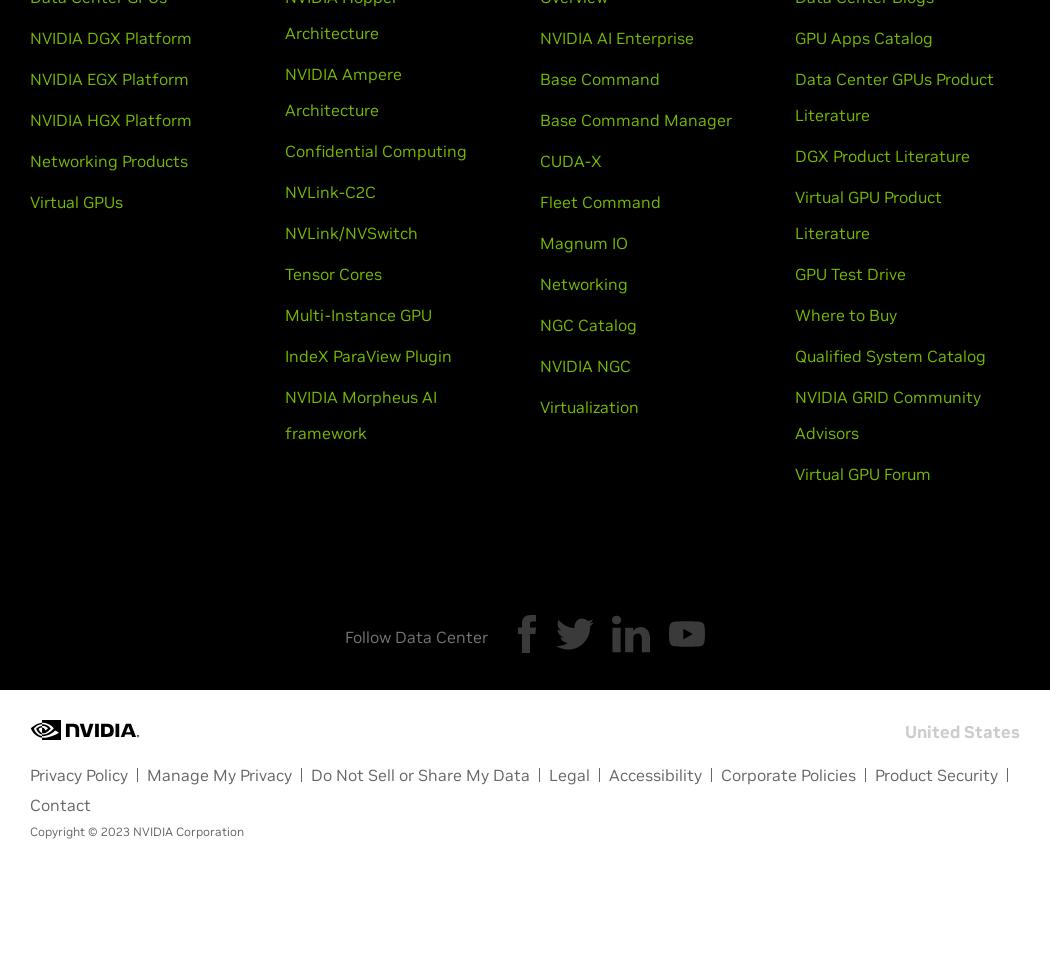 This screenshot has width=1050, height=976. Describe the element at coordinates (568, 775) in the screenshot. I see `'Legal'` at that location.